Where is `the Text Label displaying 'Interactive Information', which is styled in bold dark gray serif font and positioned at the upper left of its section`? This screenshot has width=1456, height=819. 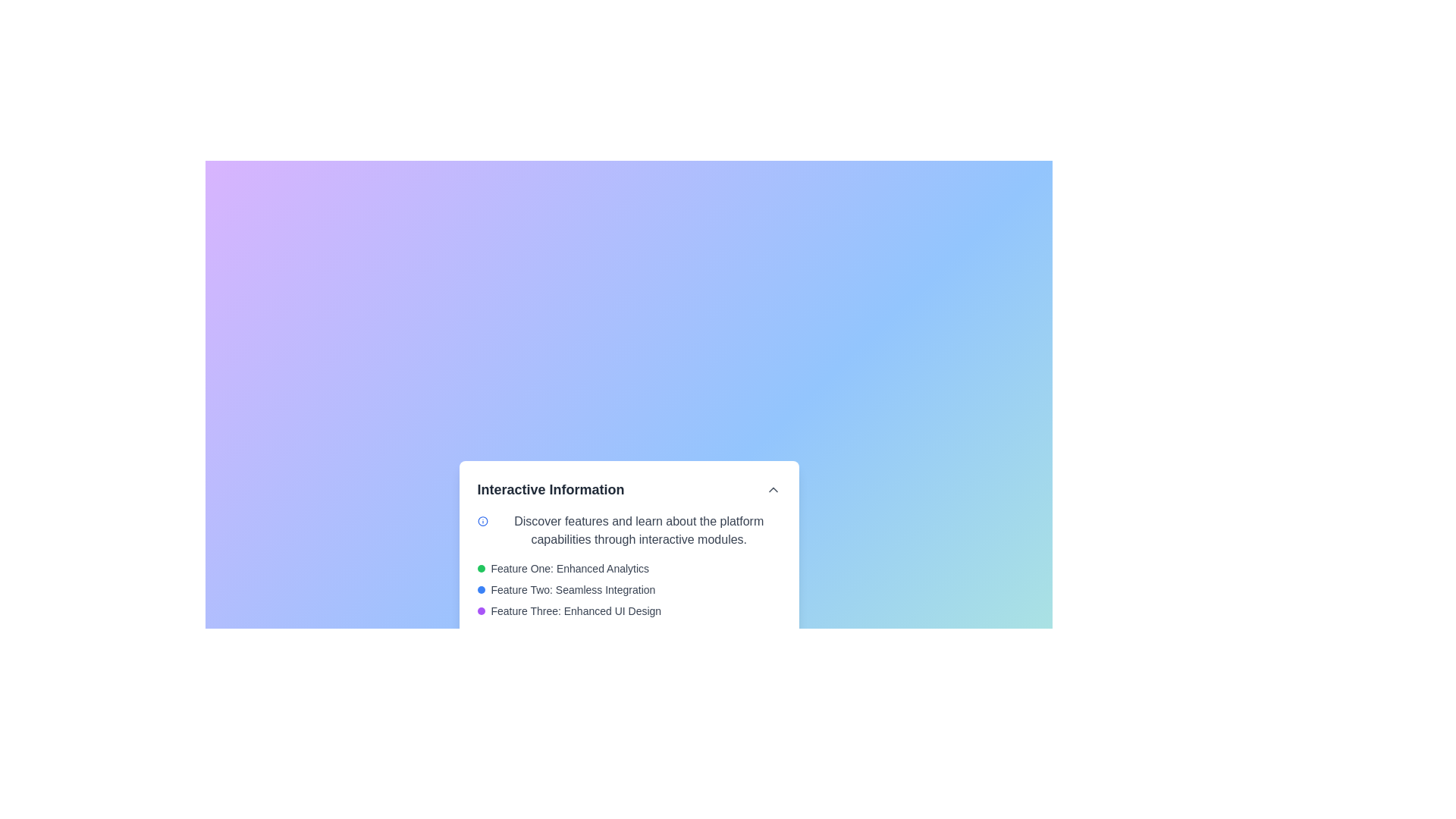 the Text Label displaying 'Interactive Information', which is styled in bold dark gray serif font and positioned at the upper left of its section is located at coordinates (550, 489).